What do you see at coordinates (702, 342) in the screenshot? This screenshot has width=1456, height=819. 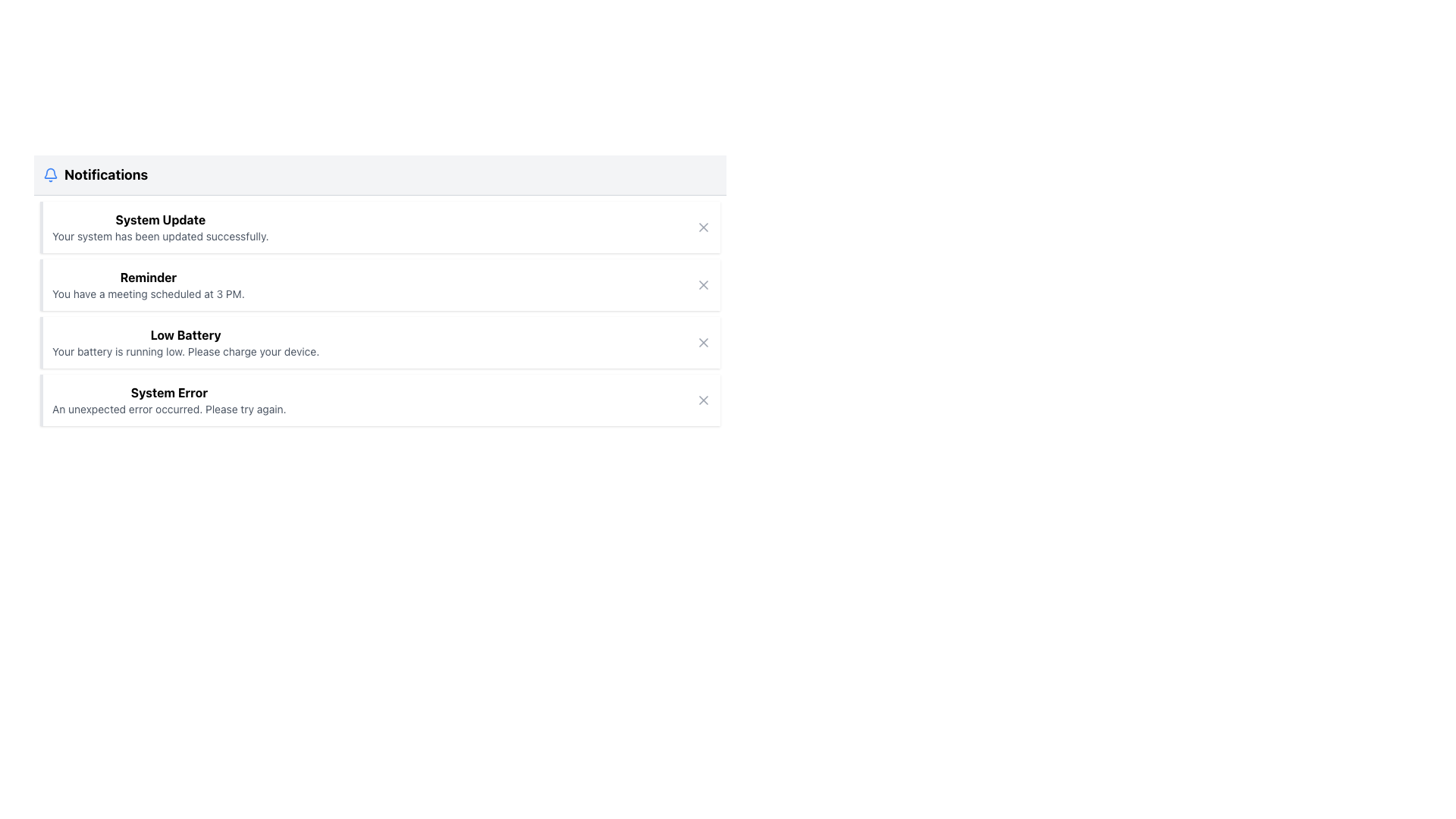 I see `the icon-based close button located at the top-right corner of the 'Low Battery' notification to observe potential hover effects` at bounding box center [702, 342].